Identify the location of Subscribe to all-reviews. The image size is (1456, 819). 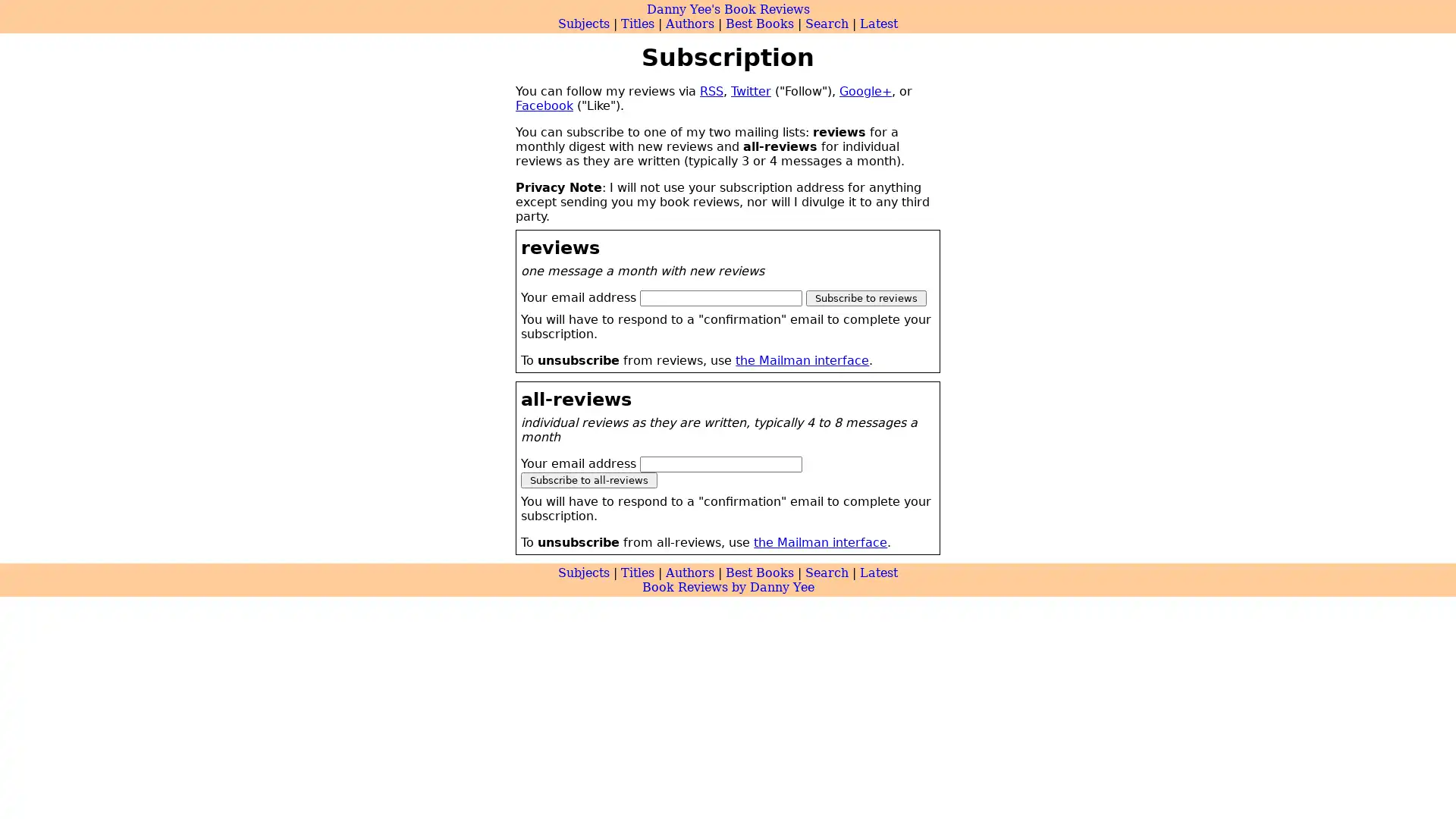
(588, 479).